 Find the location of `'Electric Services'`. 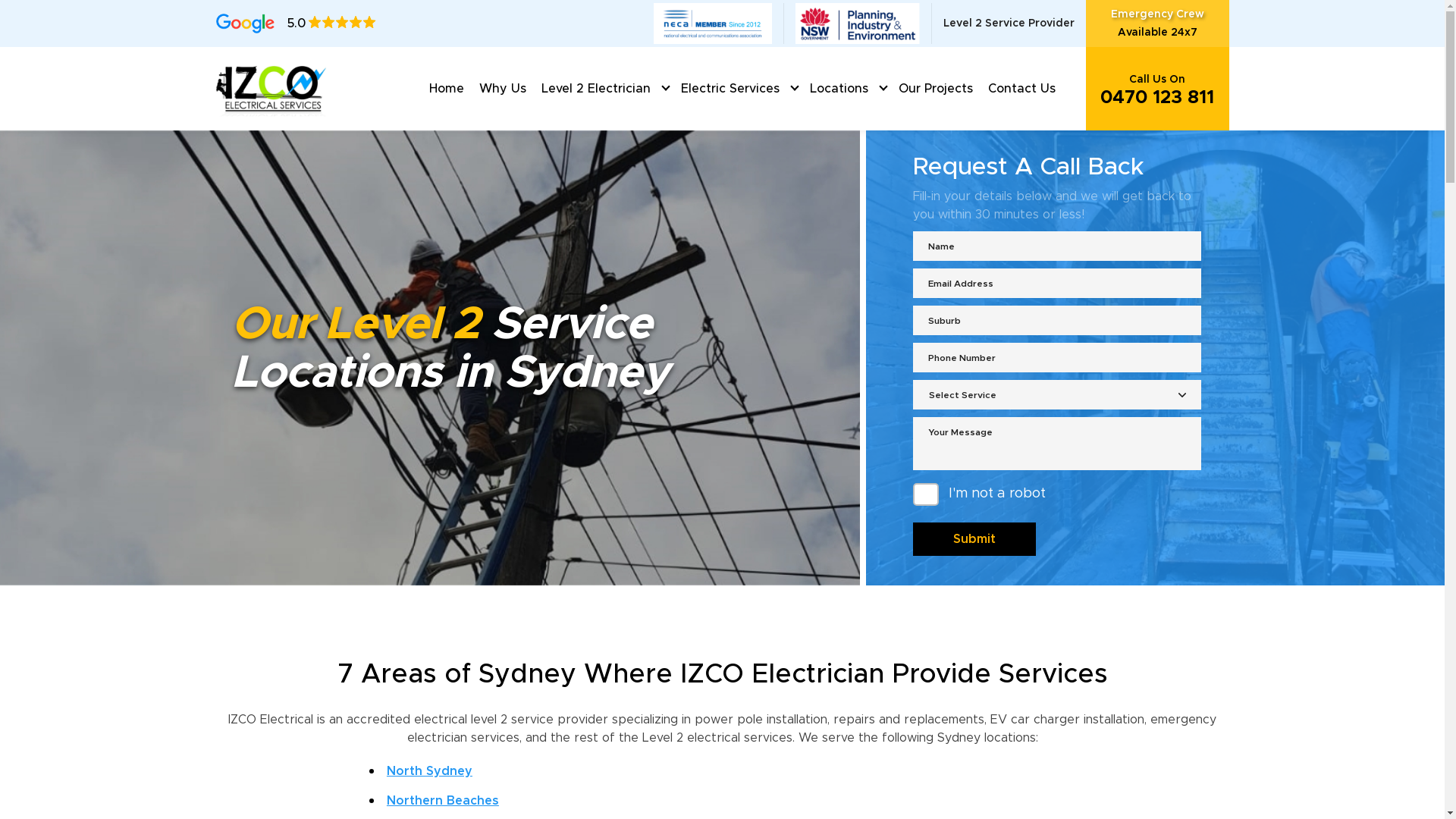

'Electric Services' is located at coordinates (673, 88).